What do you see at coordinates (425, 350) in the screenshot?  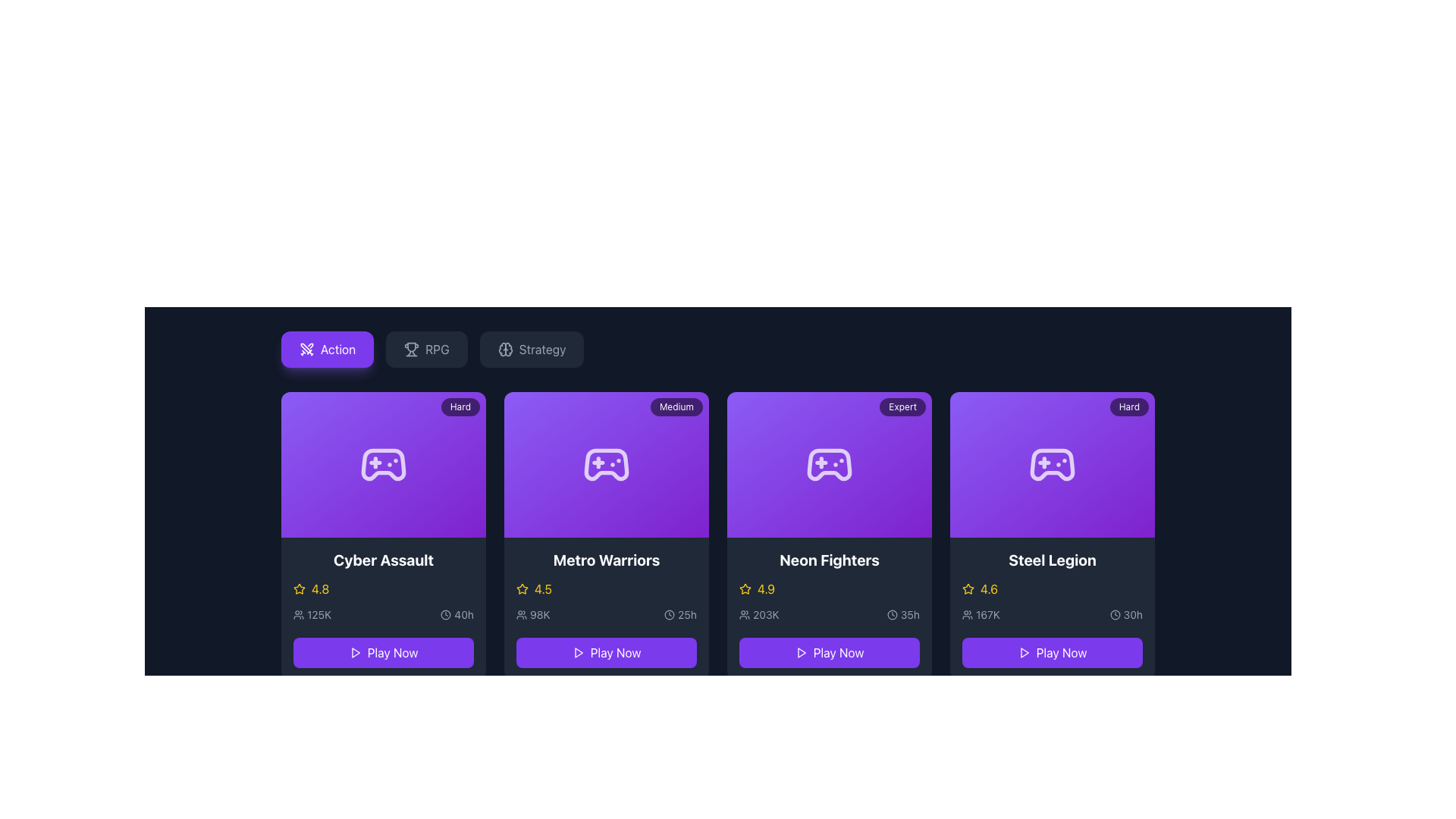 I see `the second button in a horizontal row of buttons located in the upper central part of the interface` at bounding box center [425, 350].